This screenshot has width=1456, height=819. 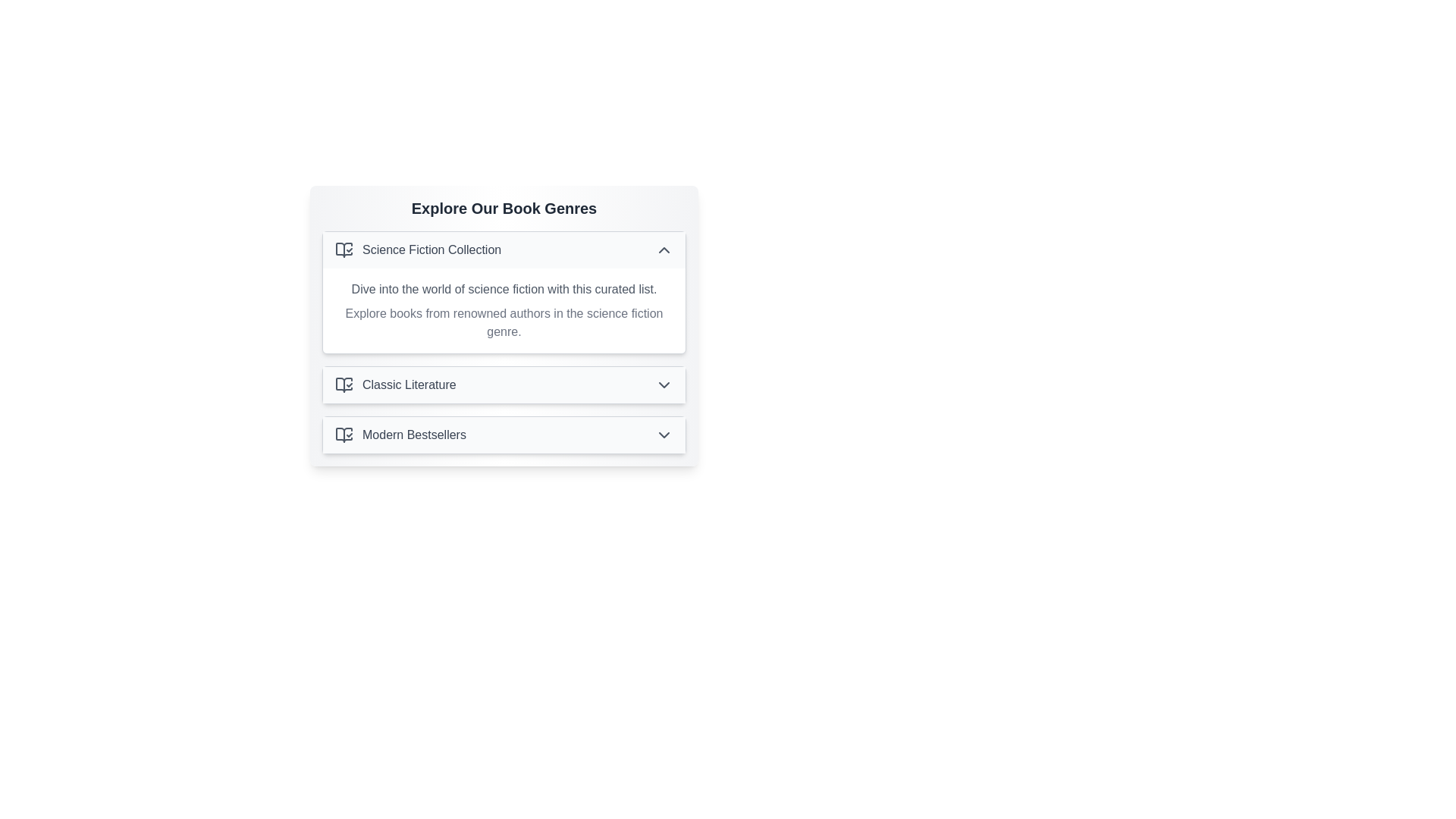 I want to click on the Dropdown toggle icon at the far right end of the 'Modern Bestsellers' section, so click(x=664, y=435).